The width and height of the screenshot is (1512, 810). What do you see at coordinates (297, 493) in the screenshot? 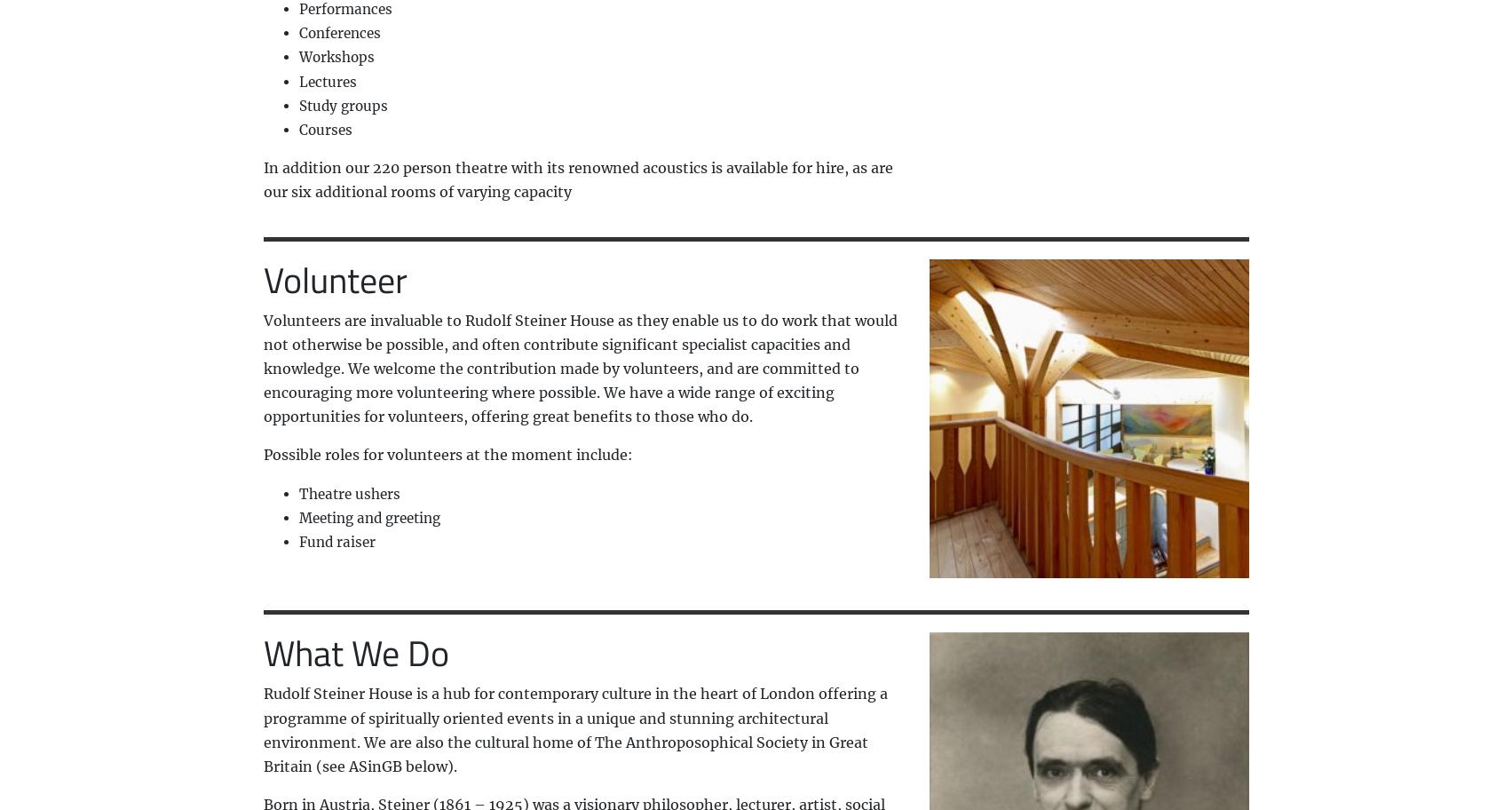
I see `'Theatre ushers'` at bounding box center [297, 493].